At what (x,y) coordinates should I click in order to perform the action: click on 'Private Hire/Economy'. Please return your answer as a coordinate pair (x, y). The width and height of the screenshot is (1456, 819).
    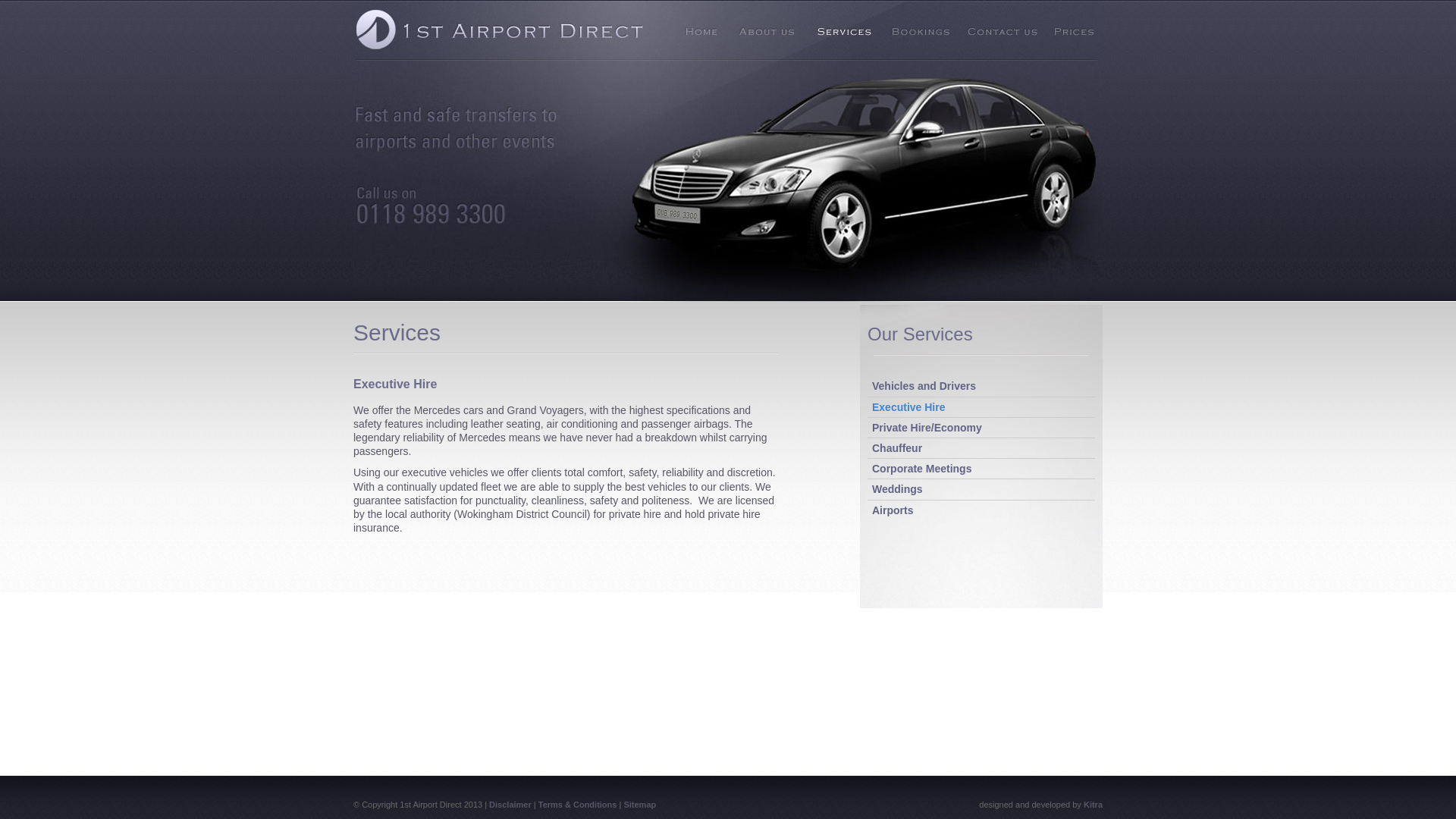
    Looking at the image, I should click on (872, 427).